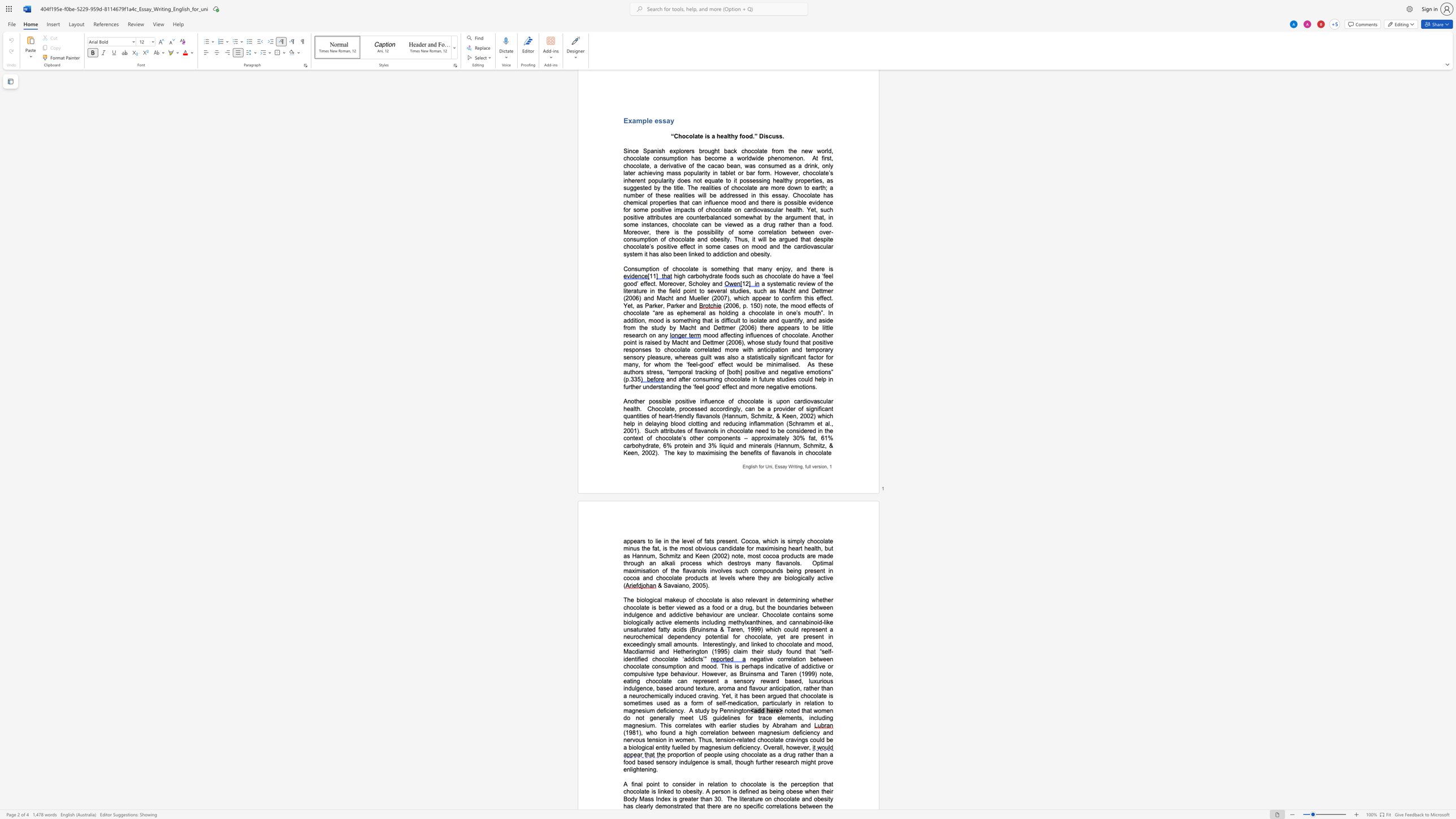 Image resolution: width=1456 pixels, height=819 pixels. I want to click on the space between the continuous character "t" and "r" in the text, so click(678, 806).